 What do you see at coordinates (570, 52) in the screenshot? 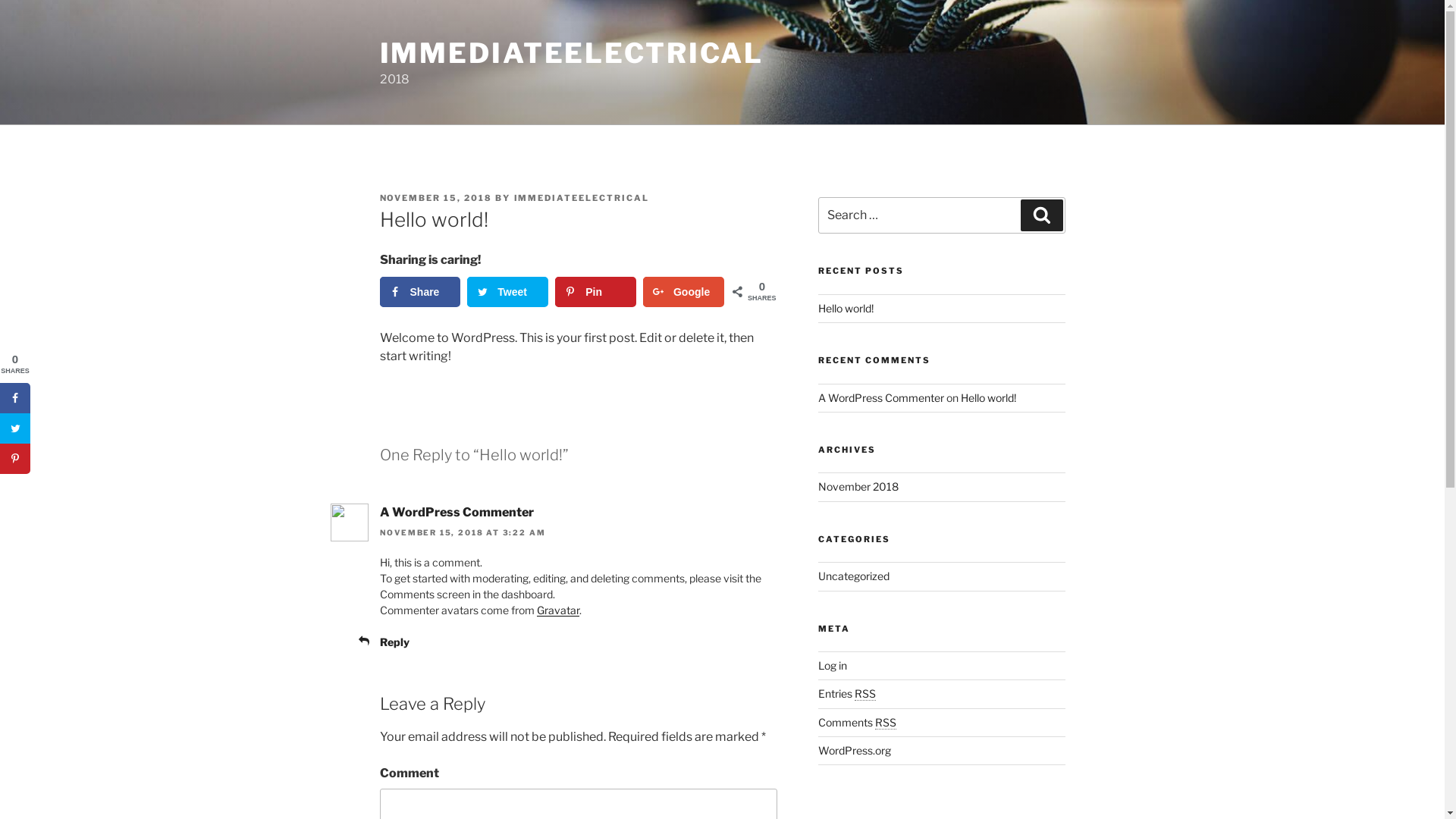
I see `'IMMEDIATEELECTRICAL'` at bounding box center [570, 52].